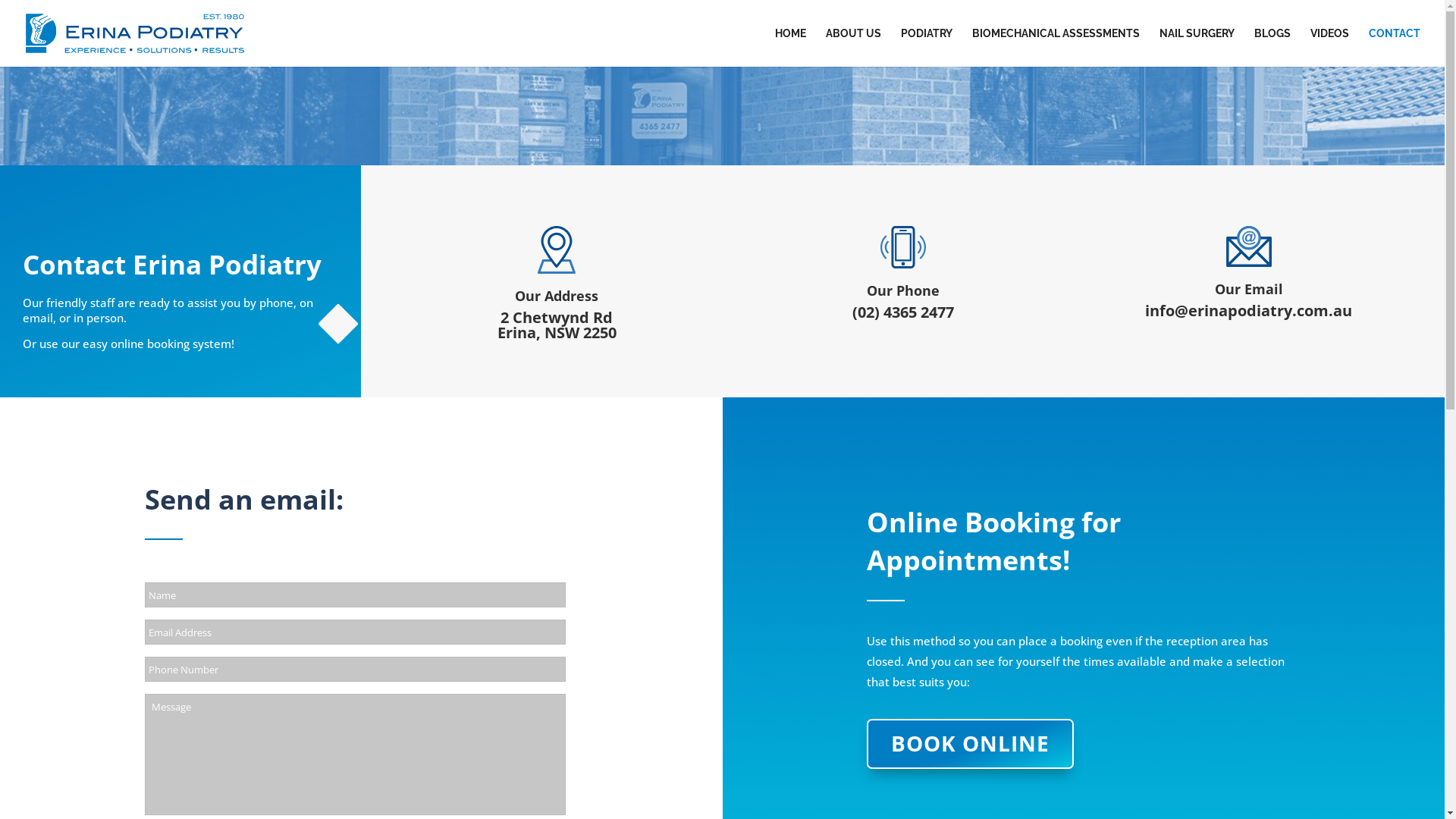 This screenshot has height=819, width=1456. Describe the element at coordinates (556, 316) in the screenshot. I see `'2 Chetwynd Rd'` at that location.